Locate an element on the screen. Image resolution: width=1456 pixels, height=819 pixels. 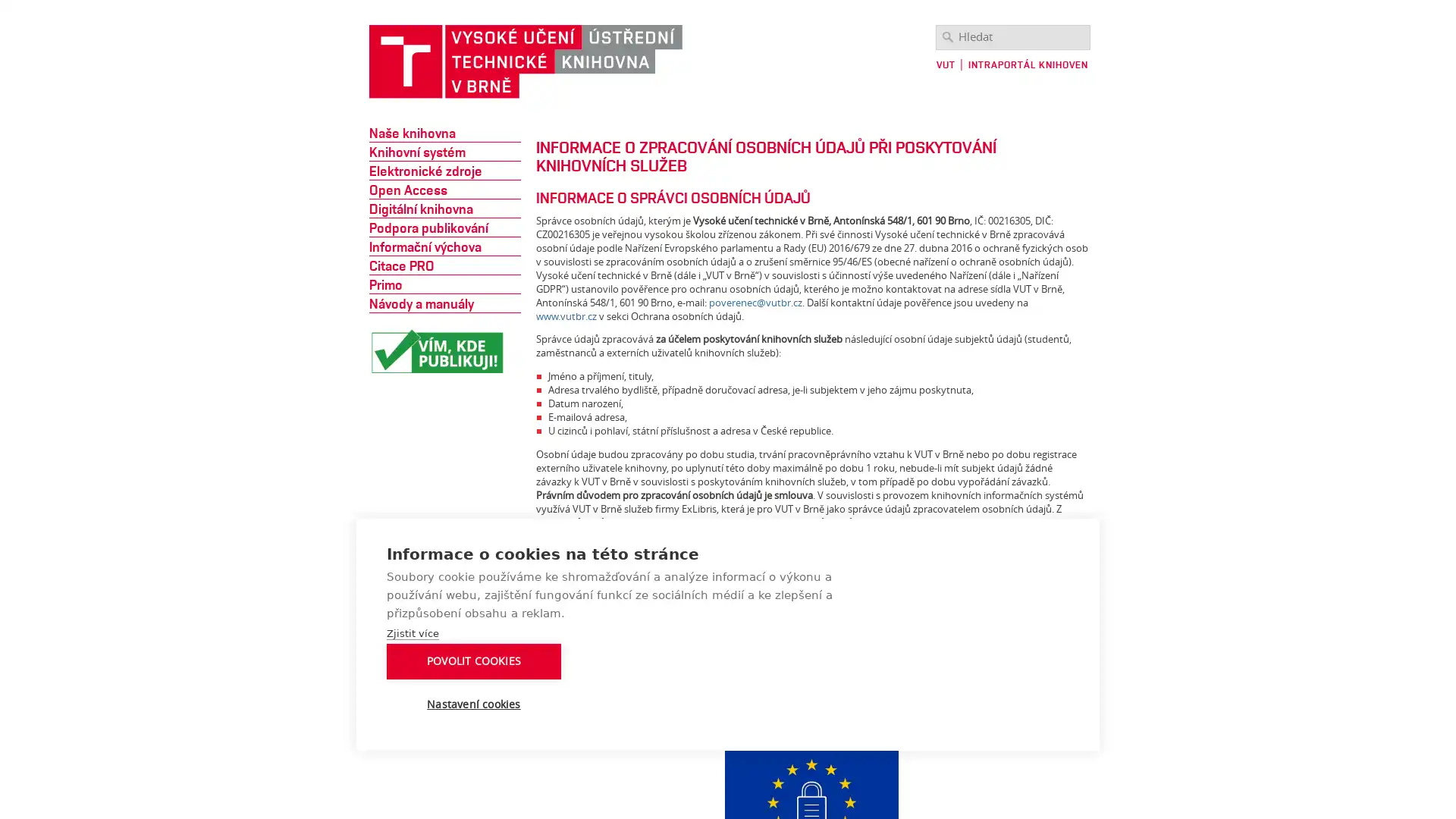
POVOLIT COOKIES is located at coordinates (979, 643).